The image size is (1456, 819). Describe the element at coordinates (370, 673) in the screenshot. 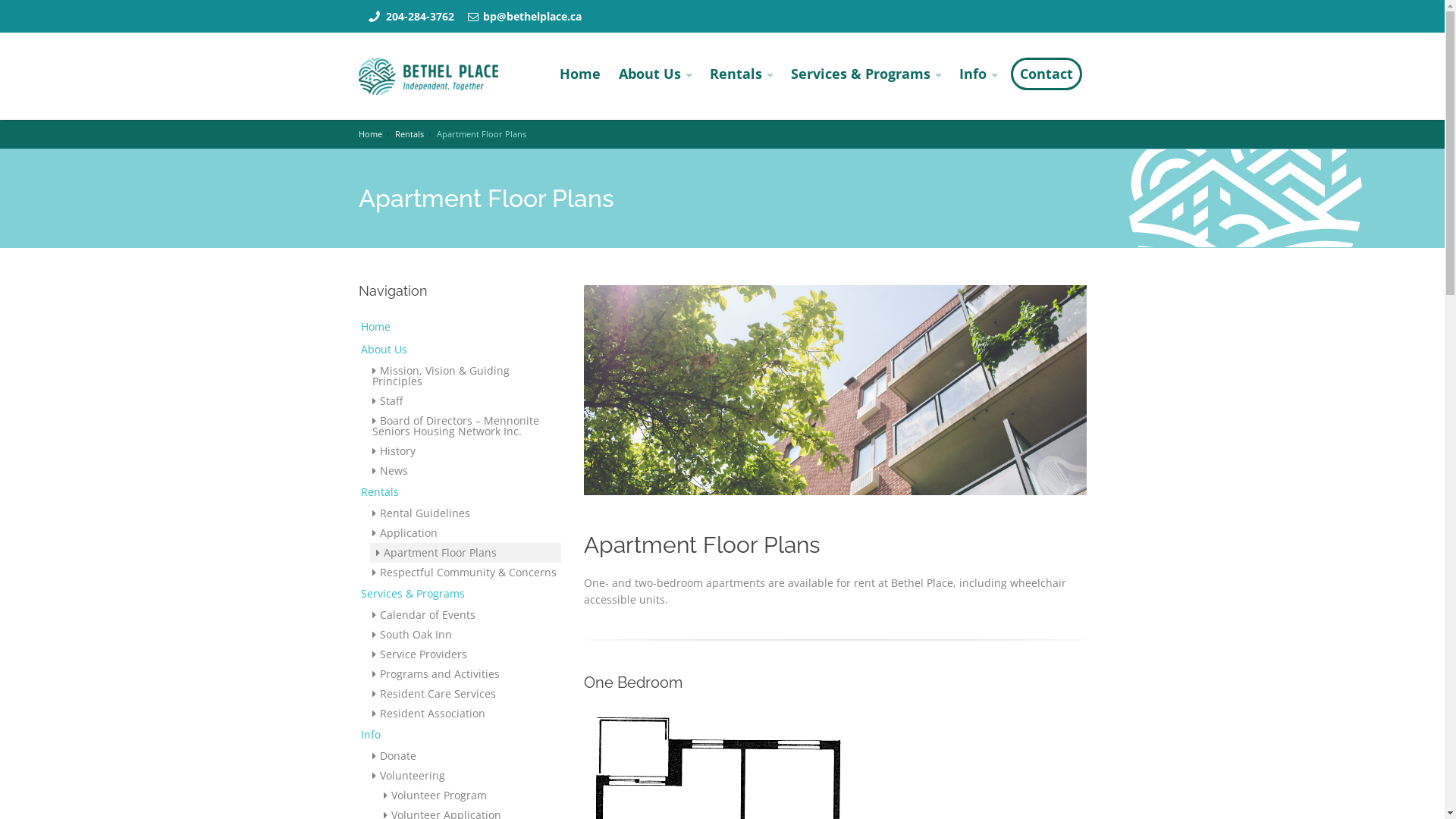

I see `'Programs and Activities'` at that location.